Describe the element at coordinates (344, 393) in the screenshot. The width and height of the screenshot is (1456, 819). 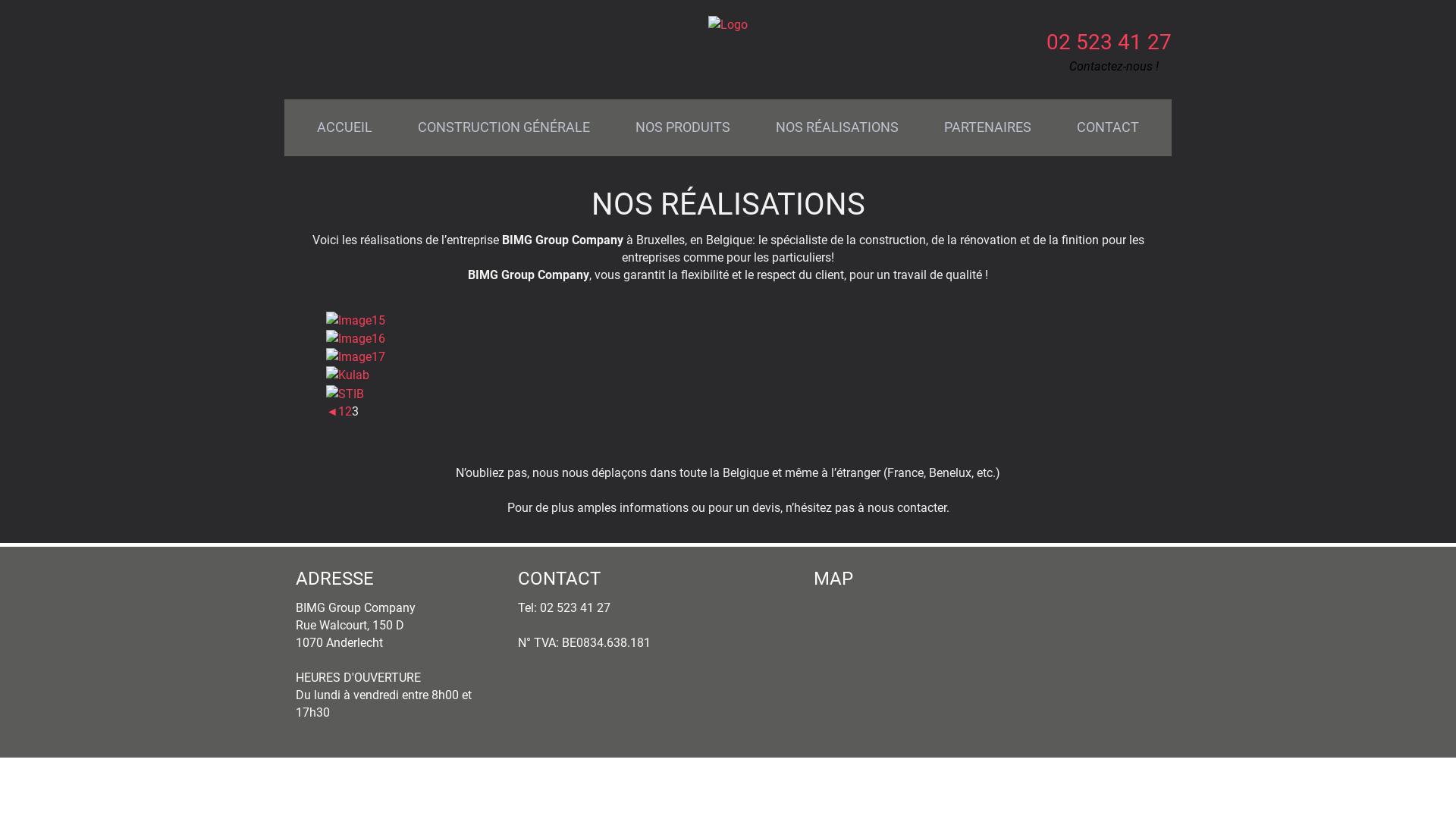
I see `'STIB'` at that location.